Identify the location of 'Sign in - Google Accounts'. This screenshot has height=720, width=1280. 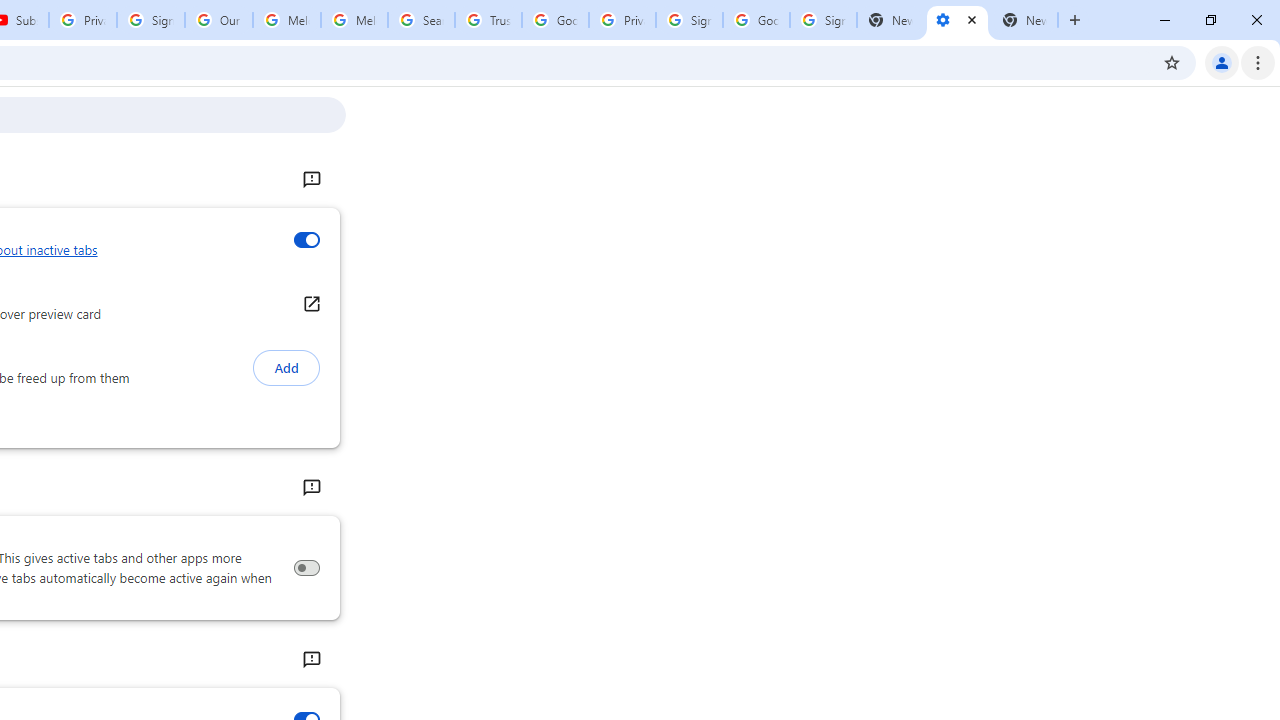
(689, 20).